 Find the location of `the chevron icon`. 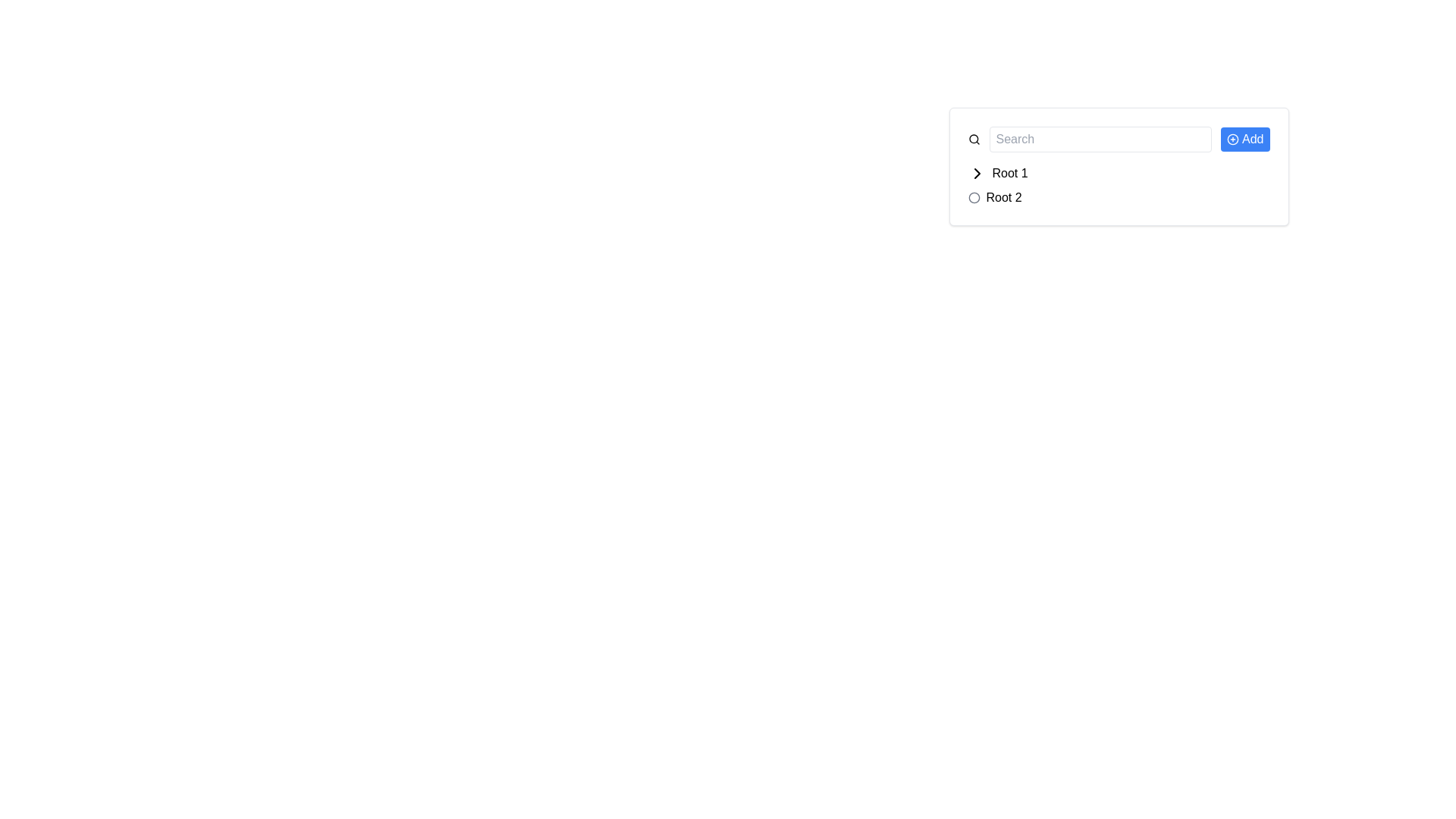

the chevron icon is located at coordinates (977, 172).